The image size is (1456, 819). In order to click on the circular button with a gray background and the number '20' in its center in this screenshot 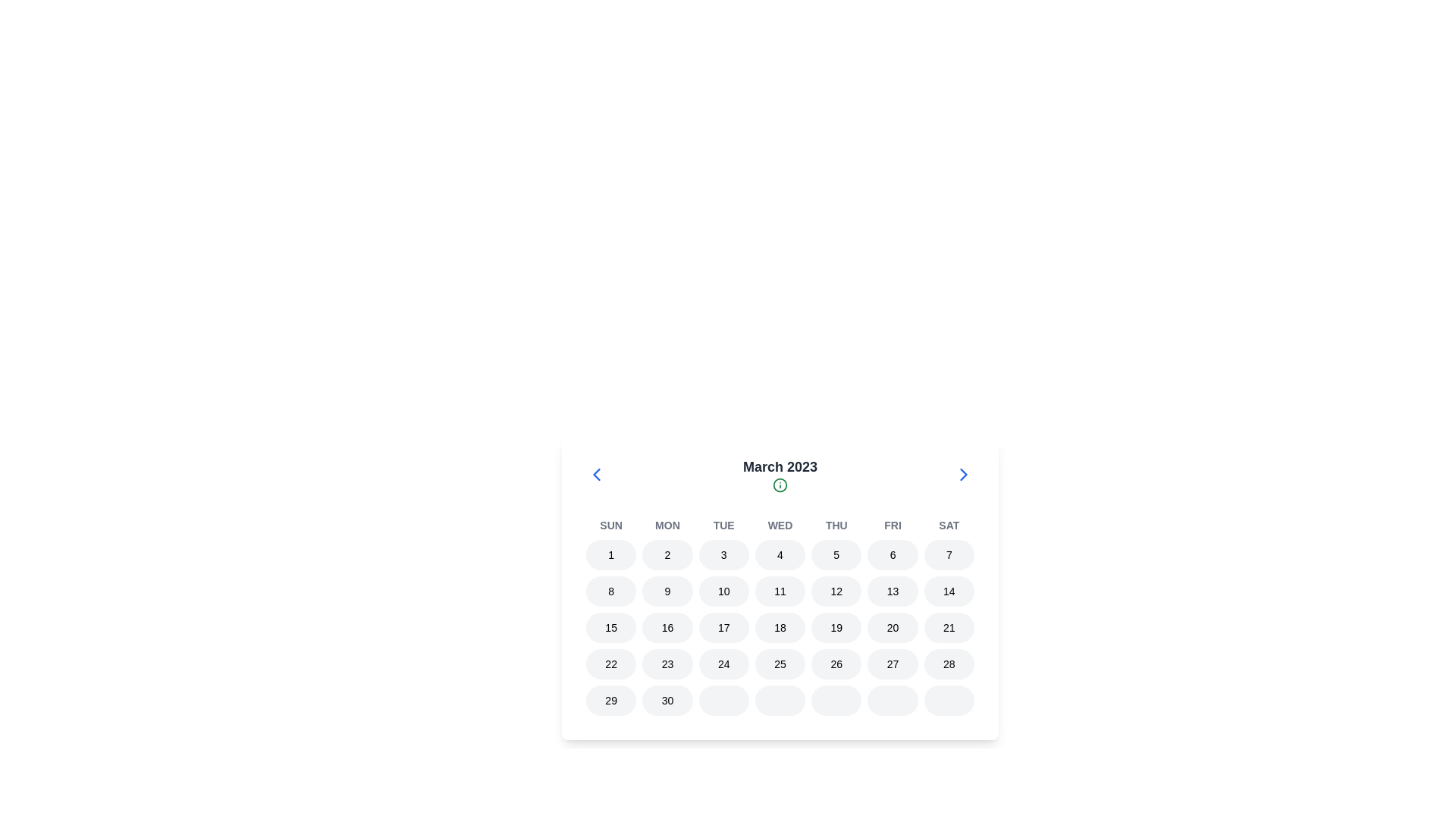, I will do `click(893, 628)`.